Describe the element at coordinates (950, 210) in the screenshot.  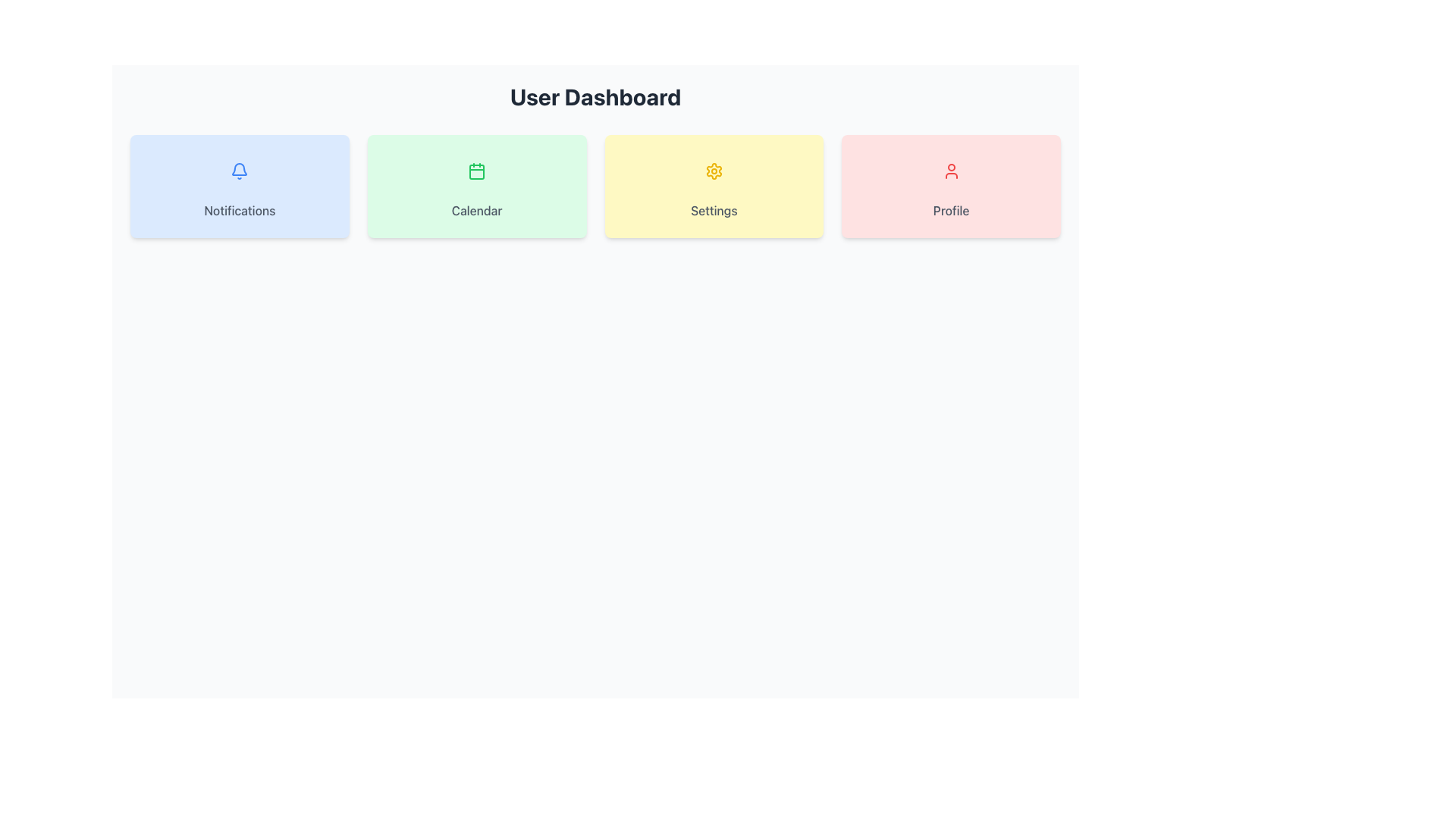
I see `the 'Profile' text label, which is styled with a gray font and medium weight, located in the last card on the right in a dashboard interface` at that location.